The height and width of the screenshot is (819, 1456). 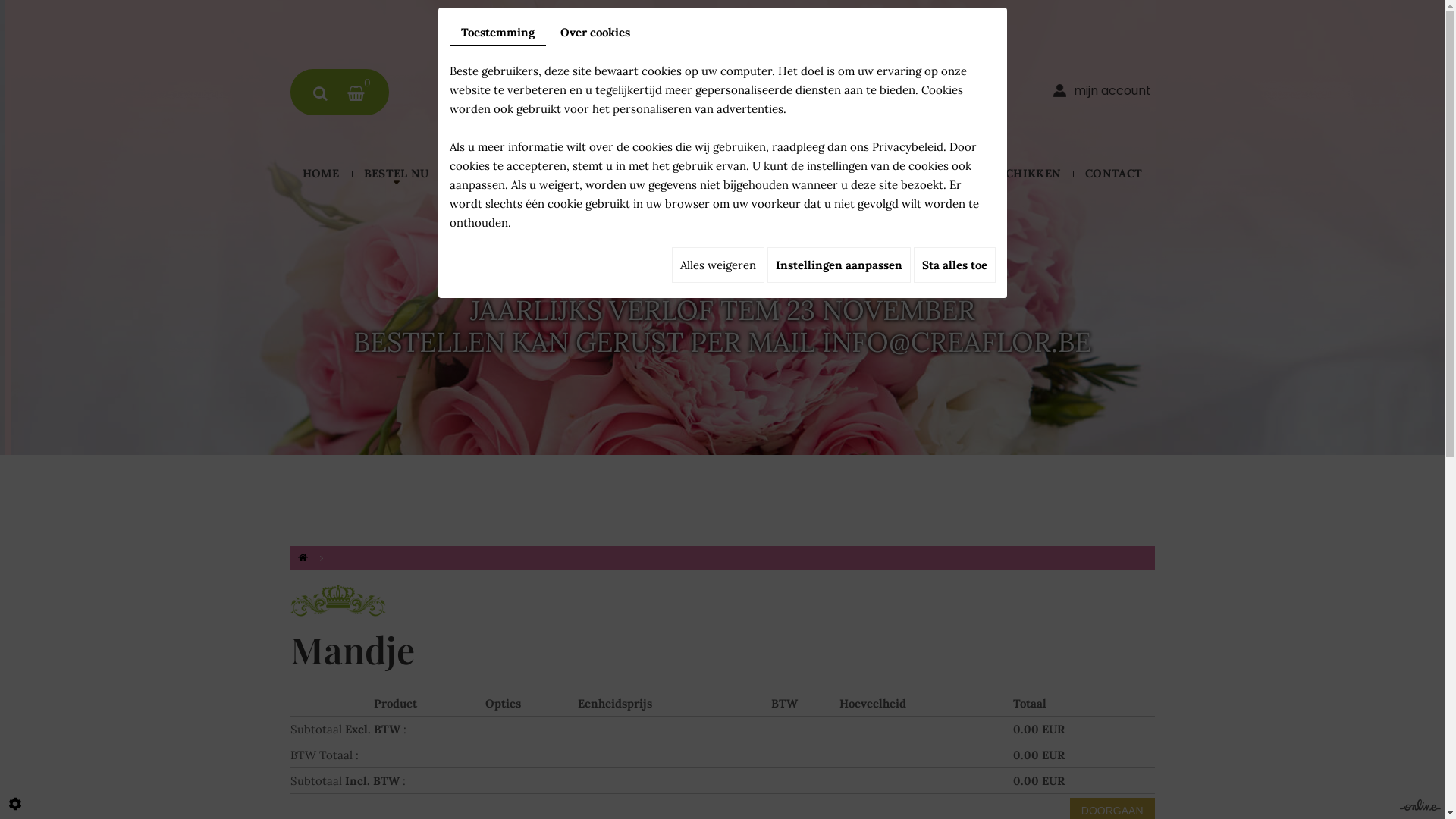 What do you see at coordinates (397, 172) in the screenshot?
I see `'BESTEL NU'` at bounding box center [397, 172].